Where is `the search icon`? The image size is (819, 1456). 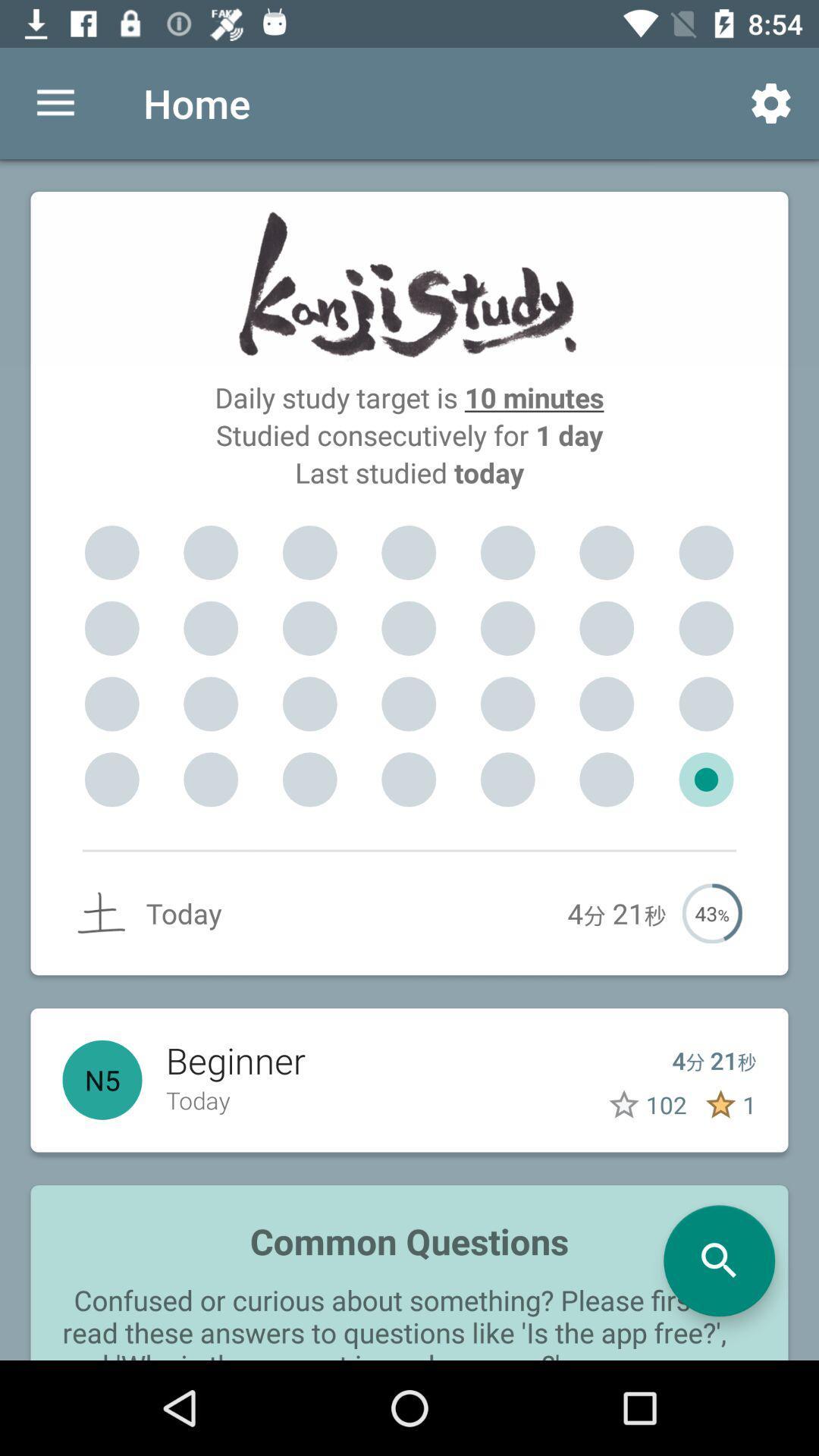
the search icon is located at coordinates (718, 1260).